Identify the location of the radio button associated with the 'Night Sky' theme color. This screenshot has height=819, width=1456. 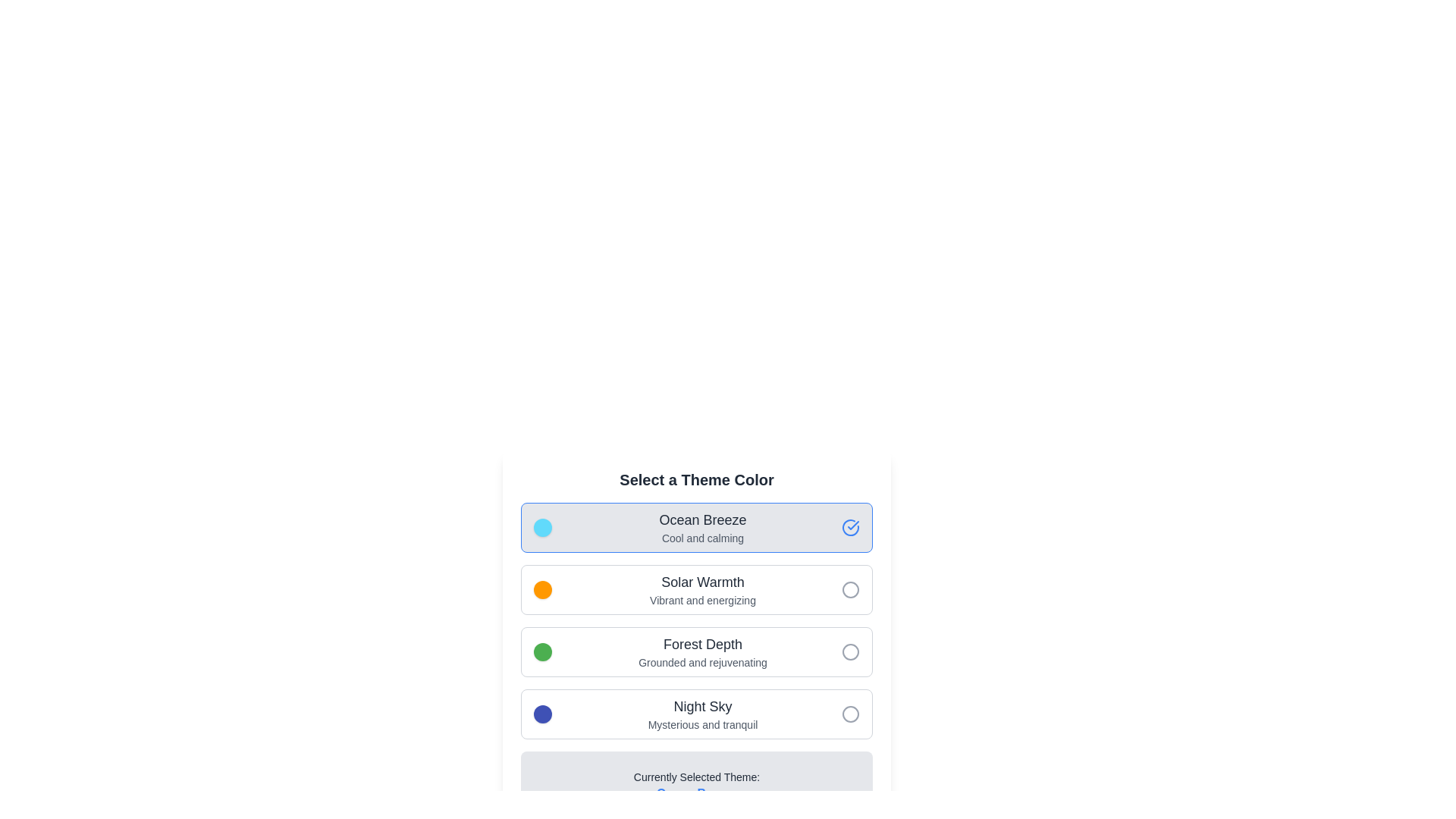
(851, 714).